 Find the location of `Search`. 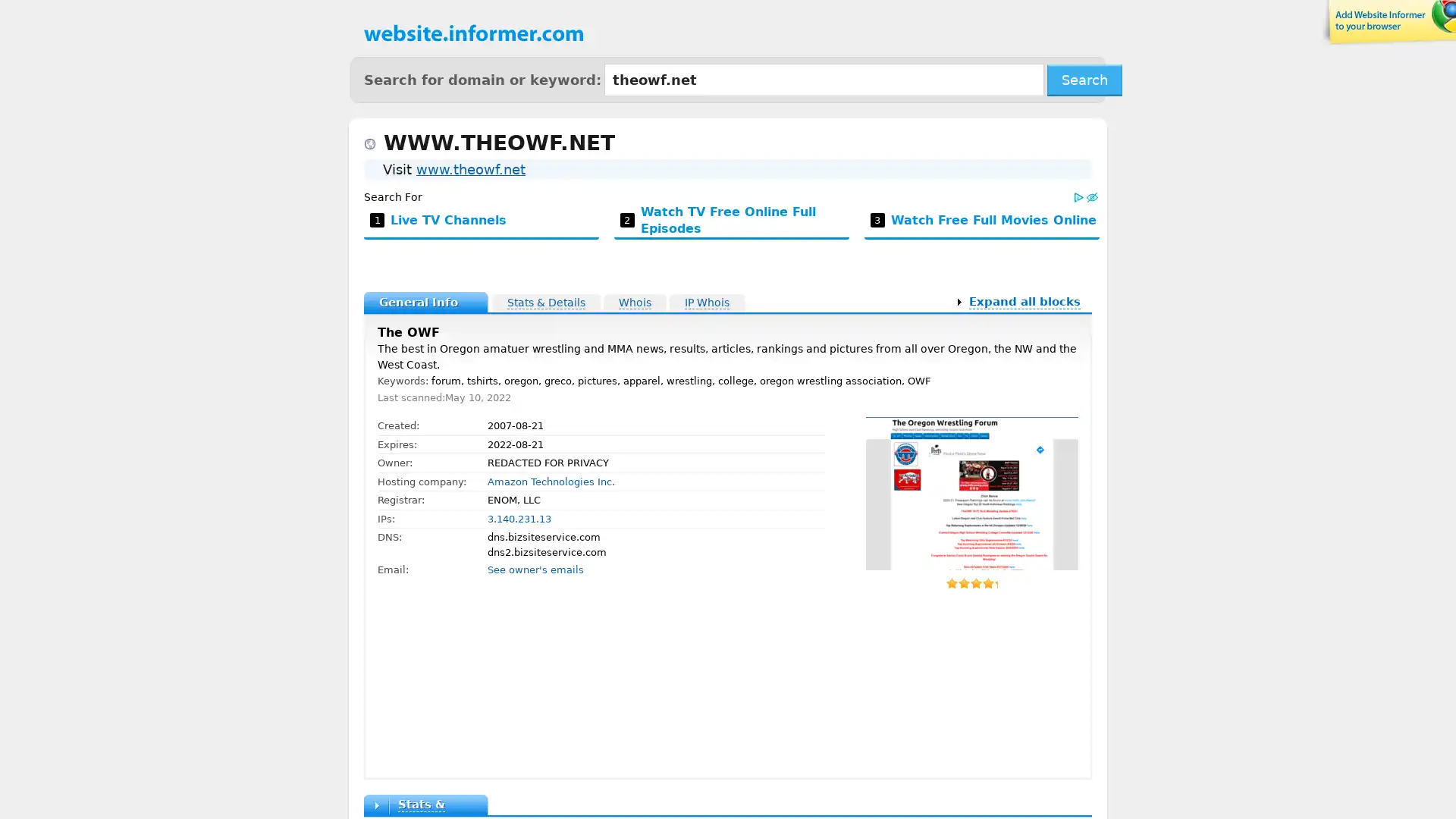

Search is located at coordinates (1084, 79).